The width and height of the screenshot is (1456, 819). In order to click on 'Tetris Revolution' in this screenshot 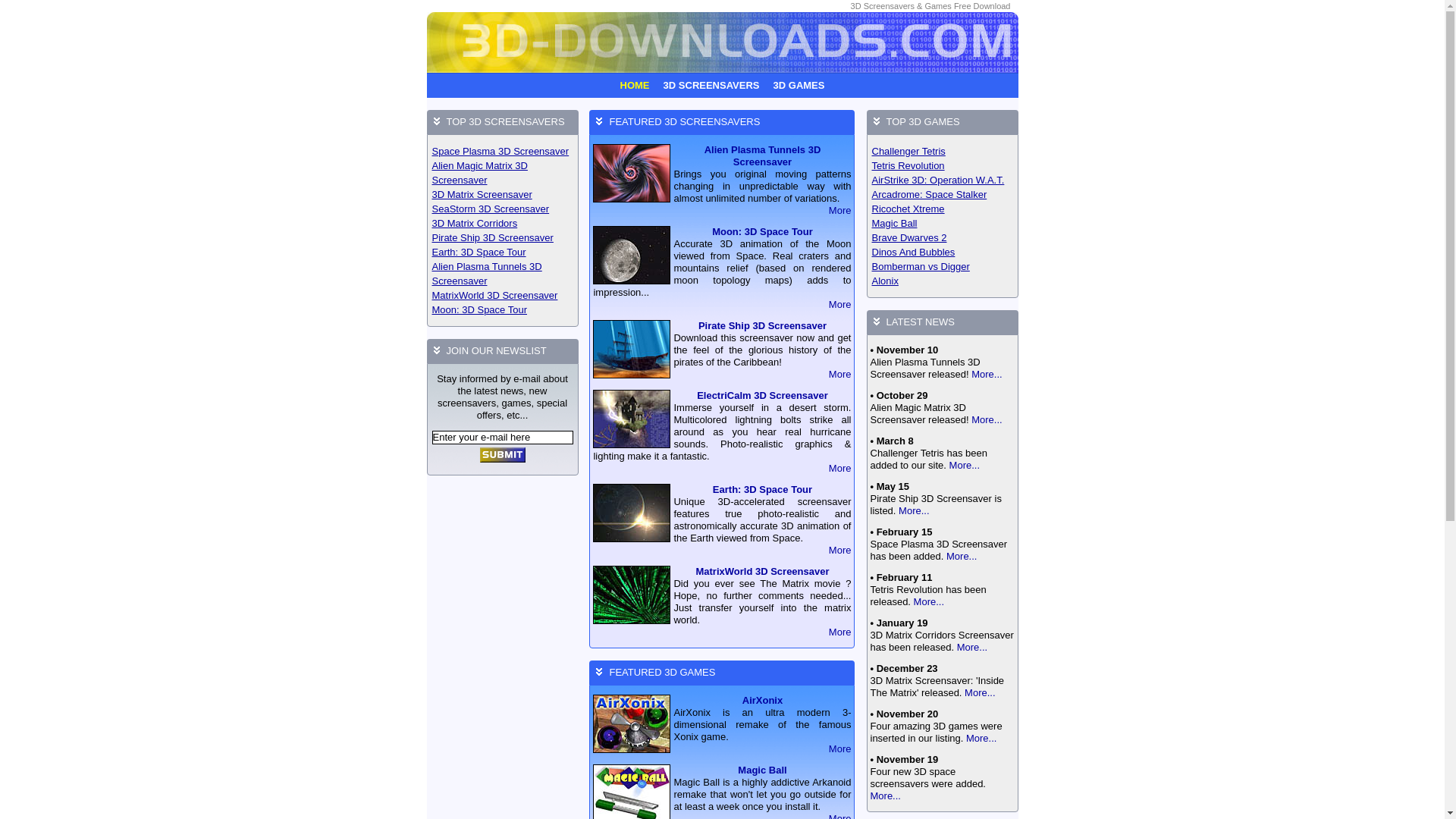, I will do `click(942, 165)`.